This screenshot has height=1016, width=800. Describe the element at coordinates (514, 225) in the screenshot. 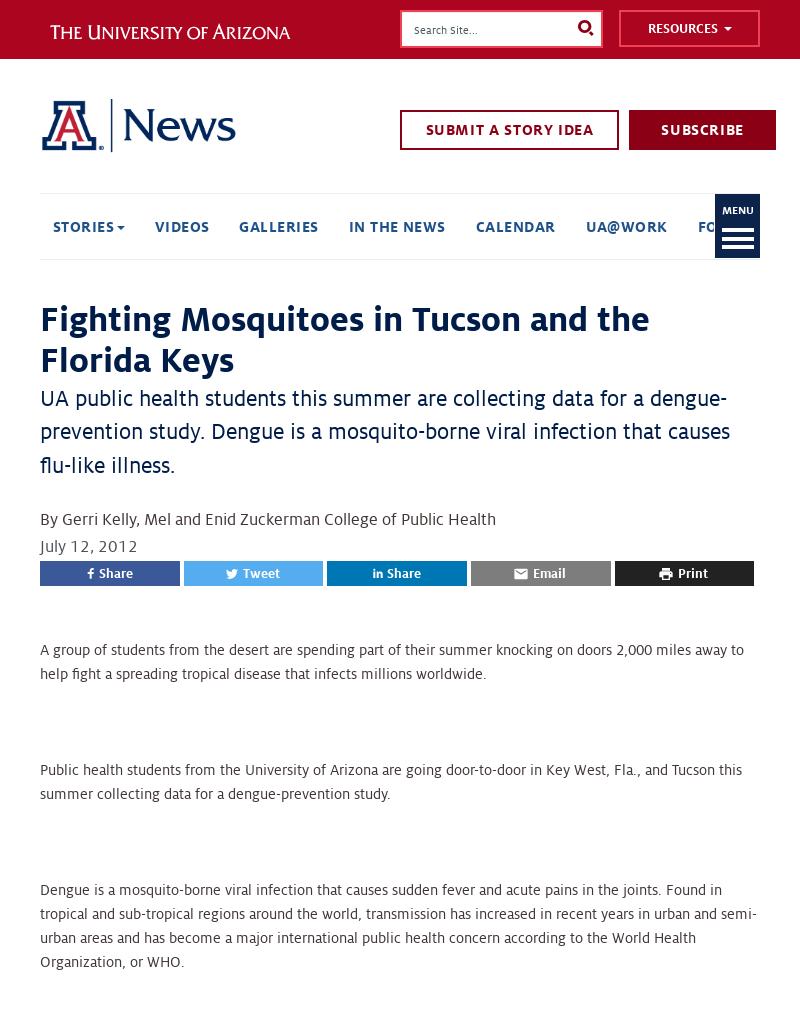

I see `'Calendar'` at that location.